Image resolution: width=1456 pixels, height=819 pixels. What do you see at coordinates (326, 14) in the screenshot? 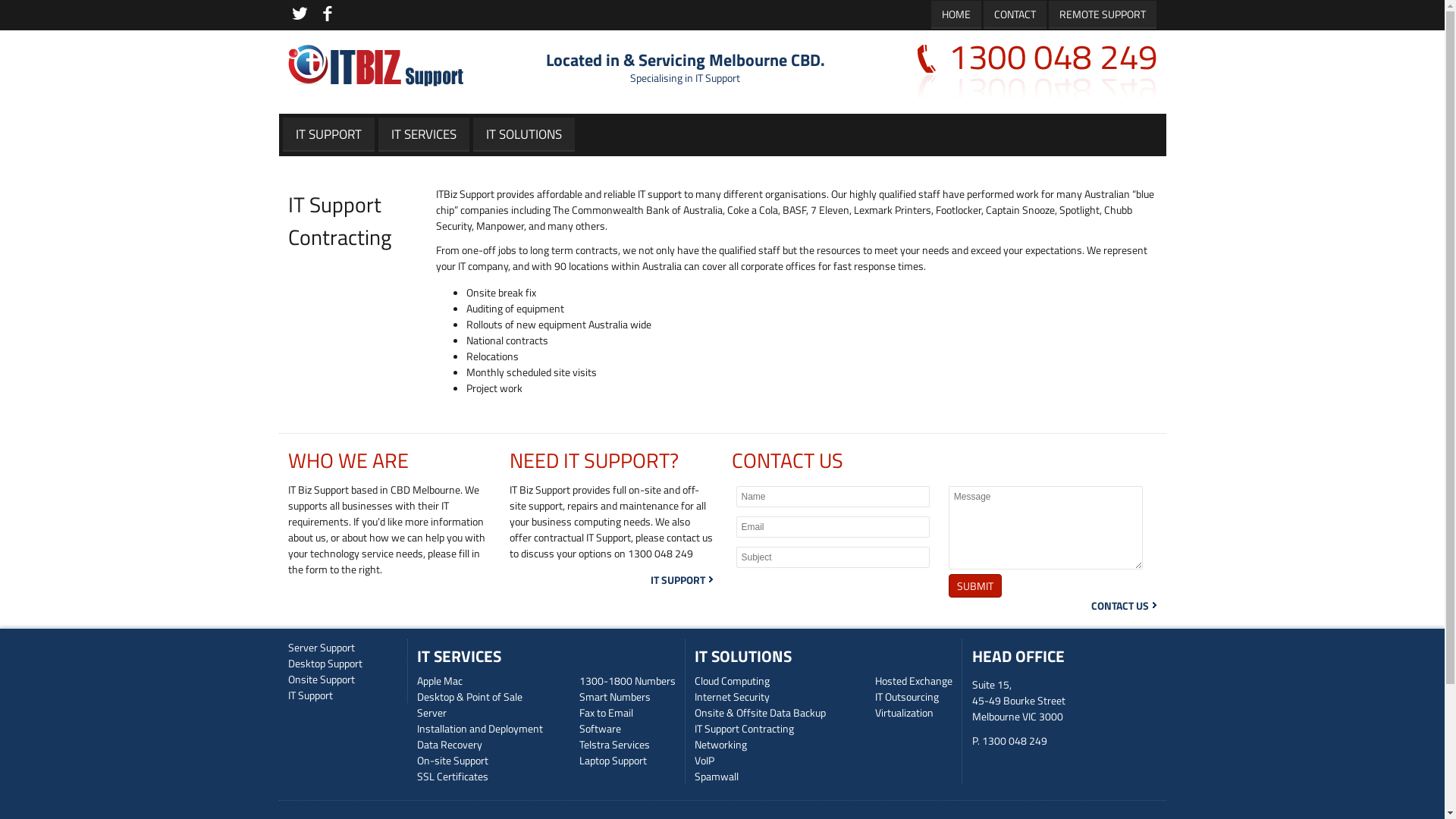
I see `'Follow us on Facebook'` at bounding box center [326, 14].